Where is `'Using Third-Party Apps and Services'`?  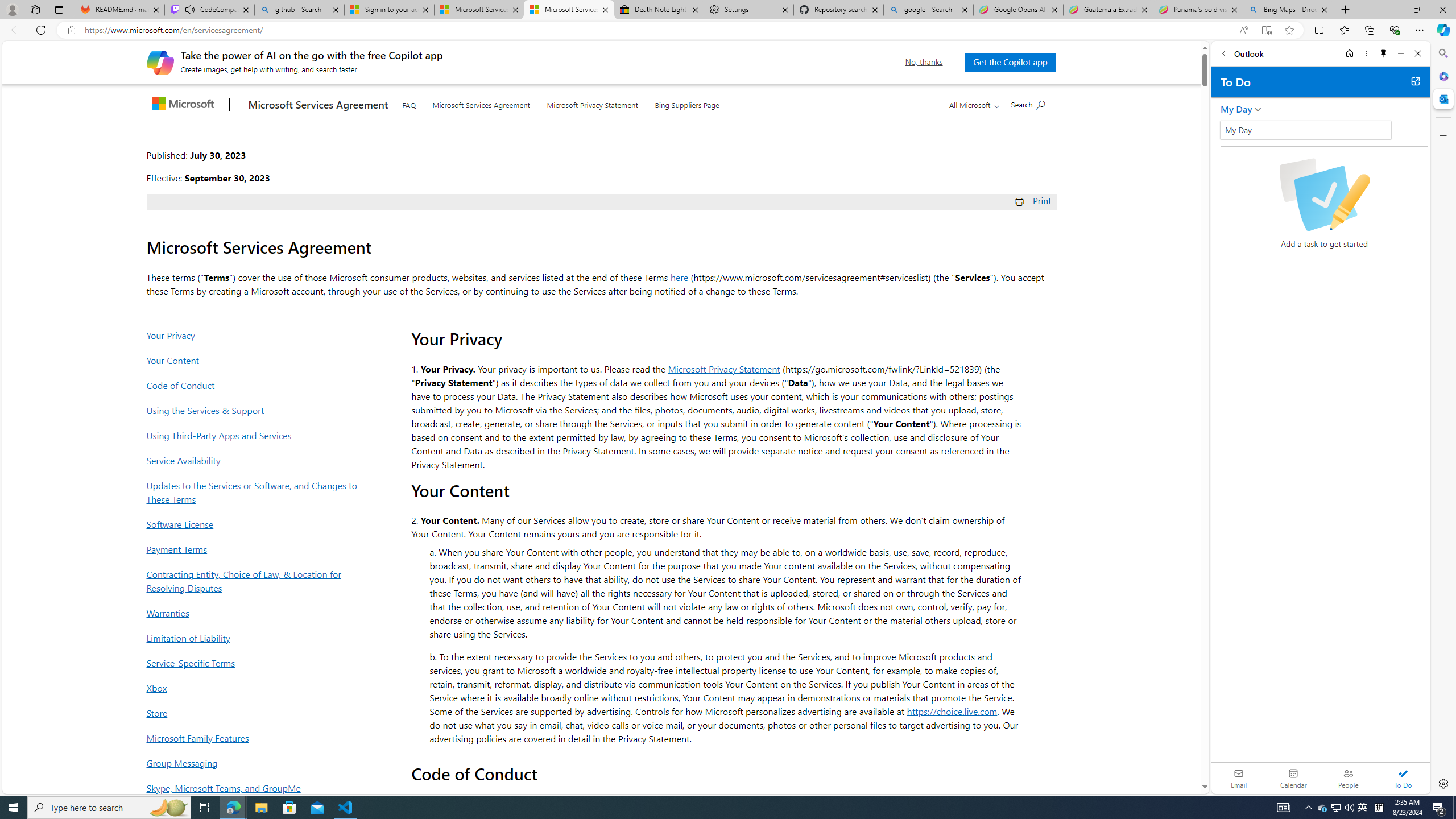
'Using Third-Party Apps and Services' is located at coordinates (255, 435).